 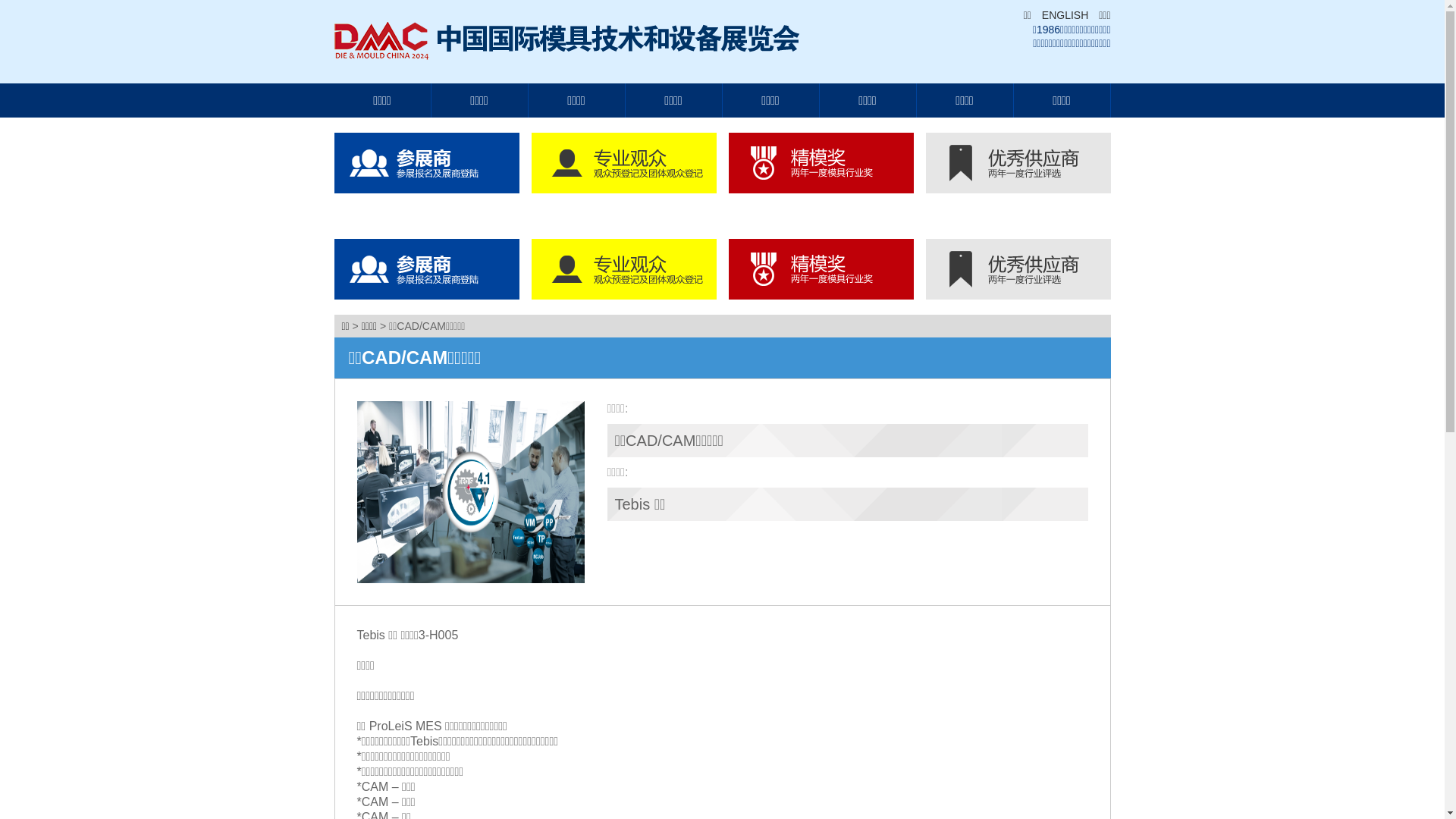 What do you see at coordinates (1060, 14) in the screenshot?
I see `'ENGLISH'` at bounding box center [1060, 14].